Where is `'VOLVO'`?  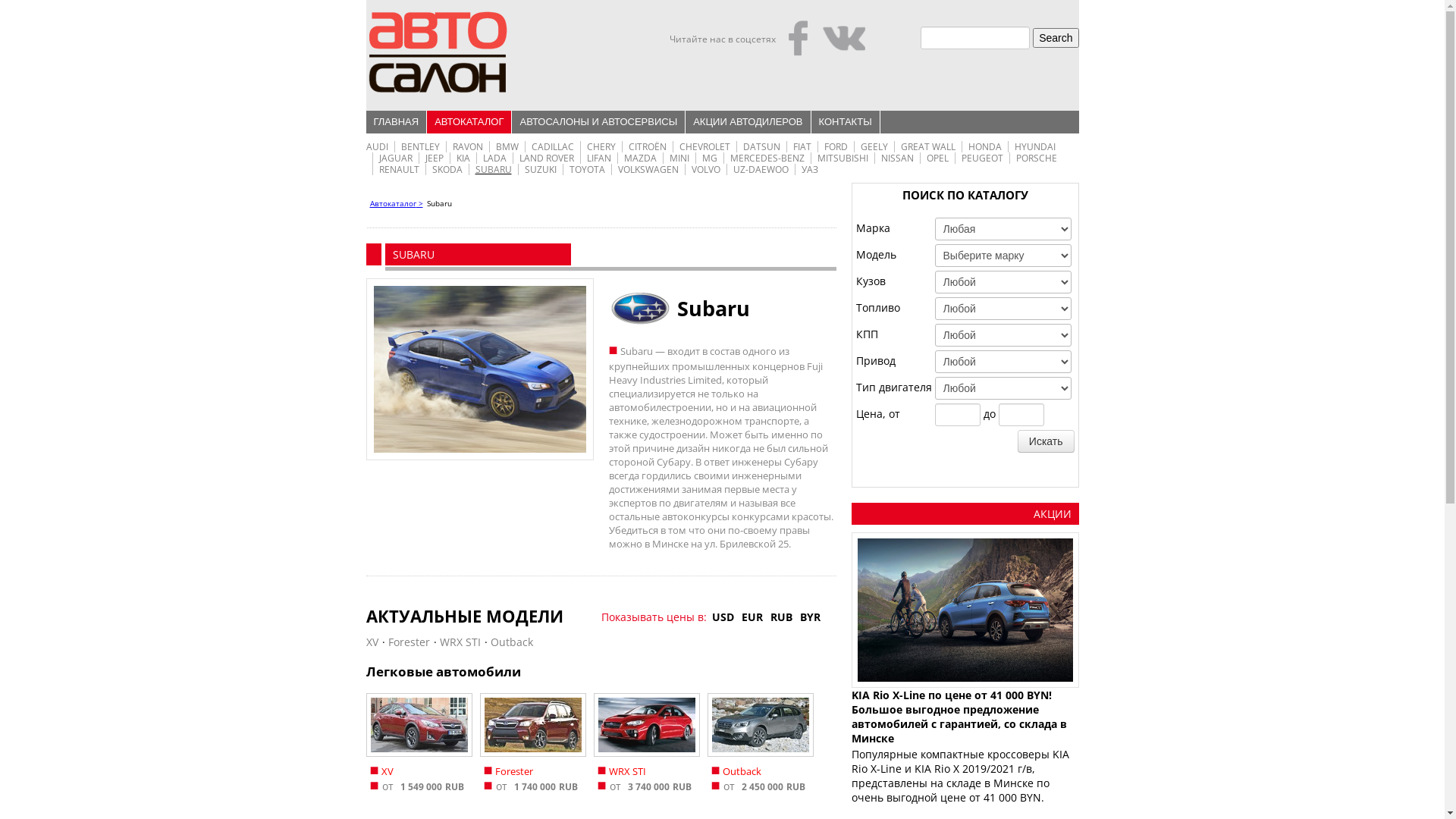
'VOLVO' is located at coordinates (705, 169).